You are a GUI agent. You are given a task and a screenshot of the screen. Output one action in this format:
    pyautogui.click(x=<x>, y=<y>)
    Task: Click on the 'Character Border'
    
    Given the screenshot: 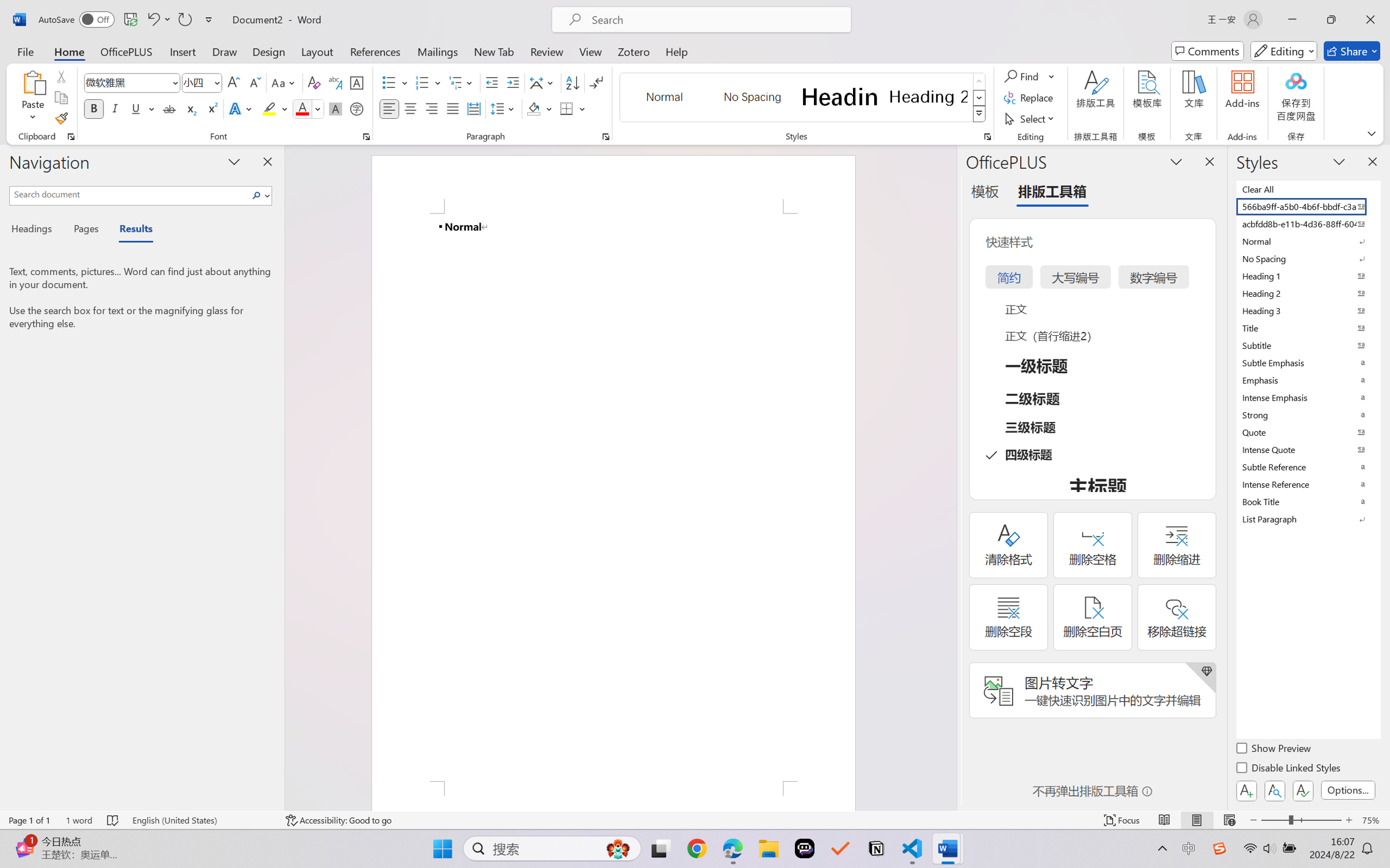 What is the action you would take?
    pyautogui.click(x=357, y=83)
    